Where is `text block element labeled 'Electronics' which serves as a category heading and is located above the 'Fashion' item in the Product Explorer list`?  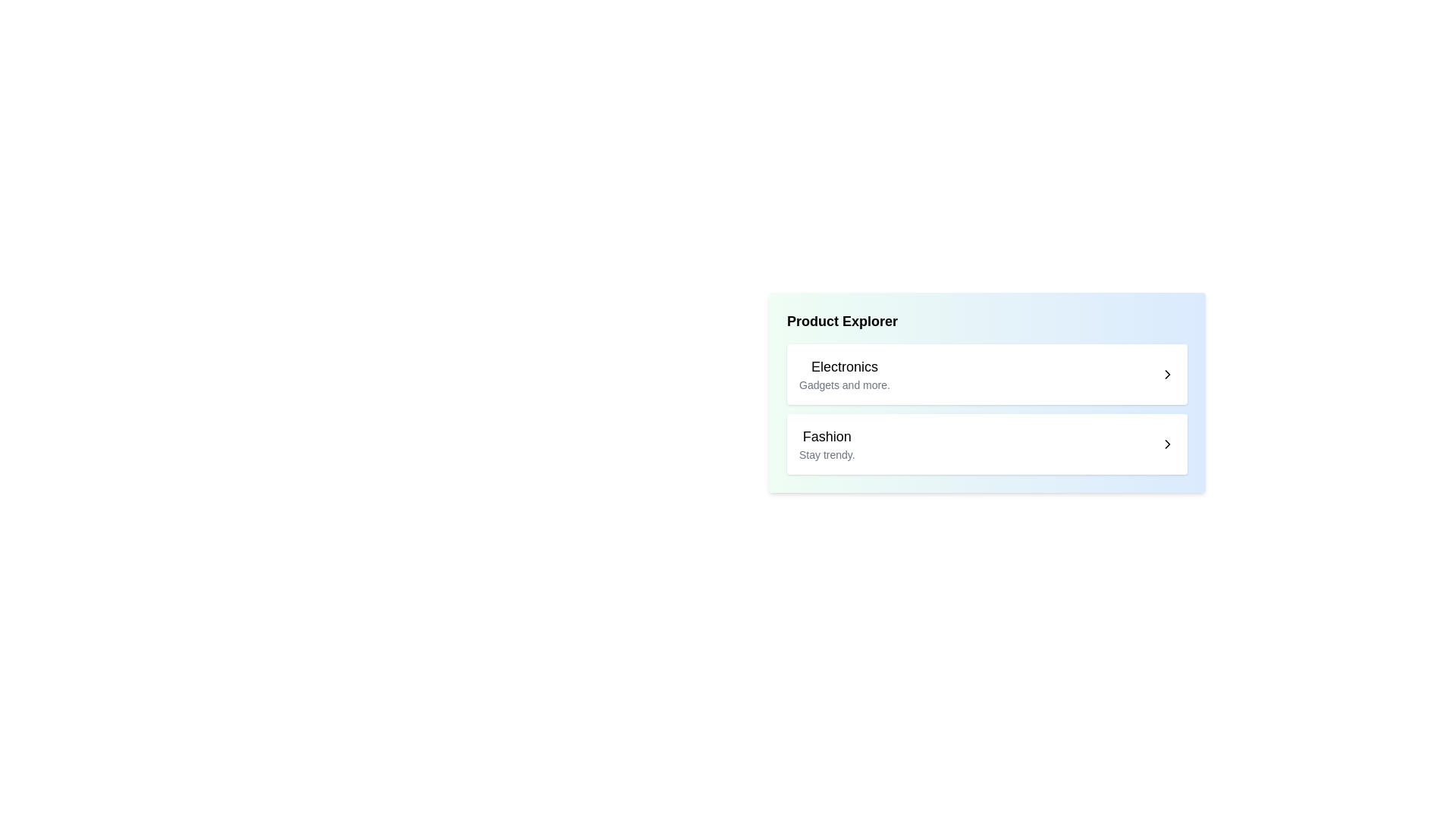 text block element labeled 'Electronics' which serves as a category heading and is located above the 'Fashion' item in the Product Explorer list is located at coordinates (843, 374).